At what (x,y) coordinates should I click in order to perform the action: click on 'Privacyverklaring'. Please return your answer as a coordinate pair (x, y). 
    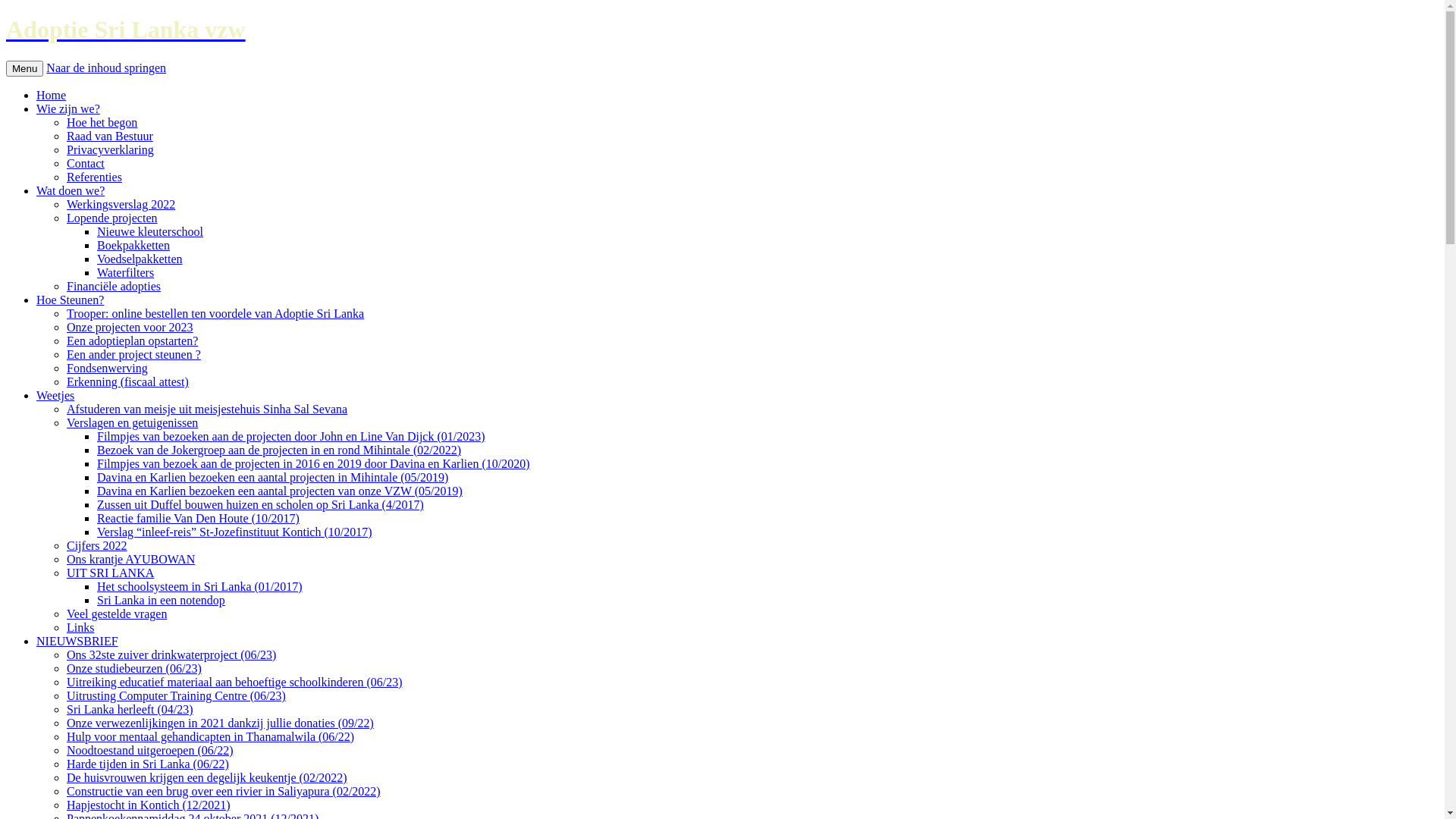
    Looking at the image, I should click on (109, 149).